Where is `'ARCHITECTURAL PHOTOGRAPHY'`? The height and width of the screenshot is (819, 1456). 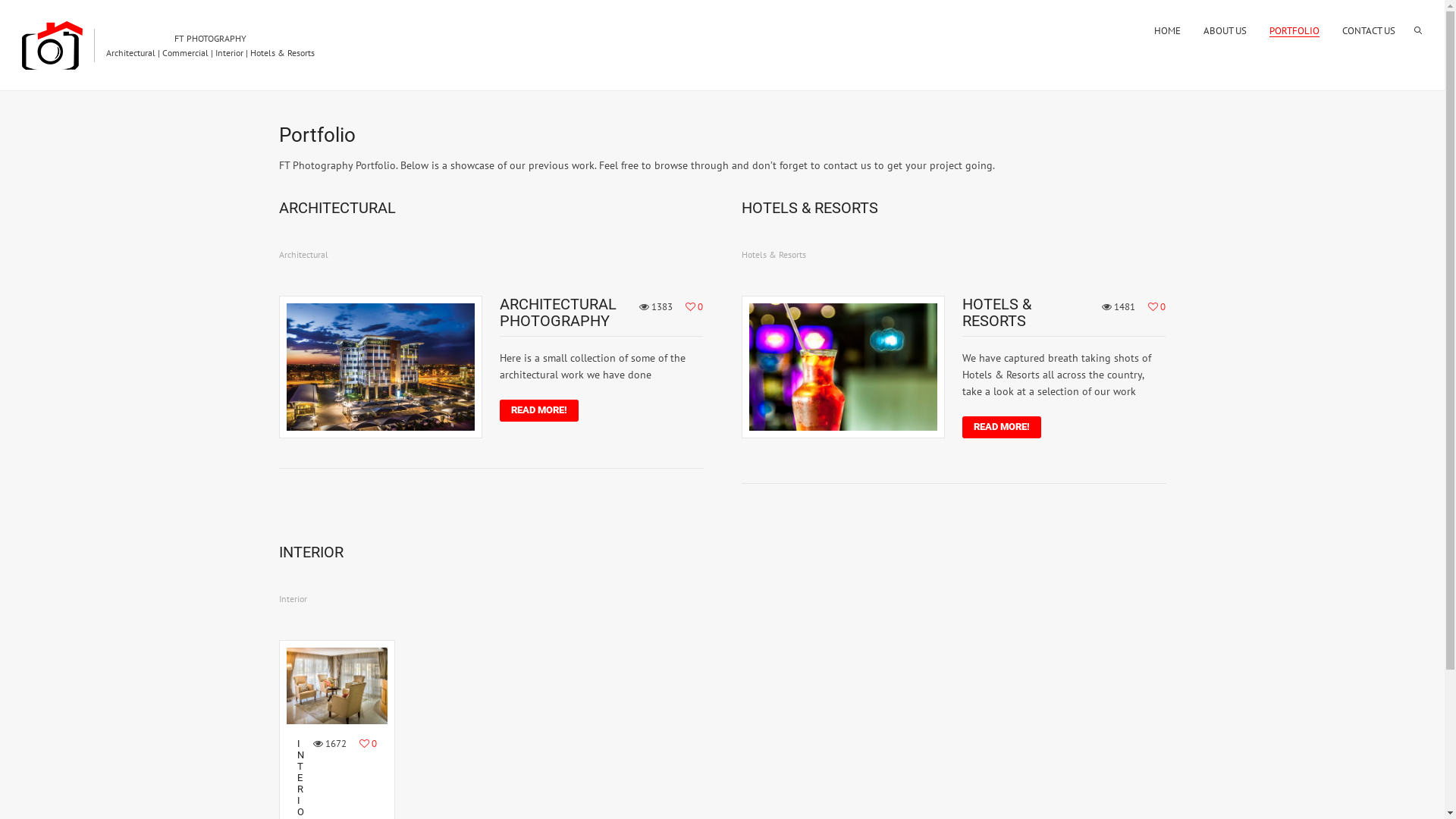 'ARCHITECTURAL PHOTOGRAPHY' is located at coordinates (557, 312).